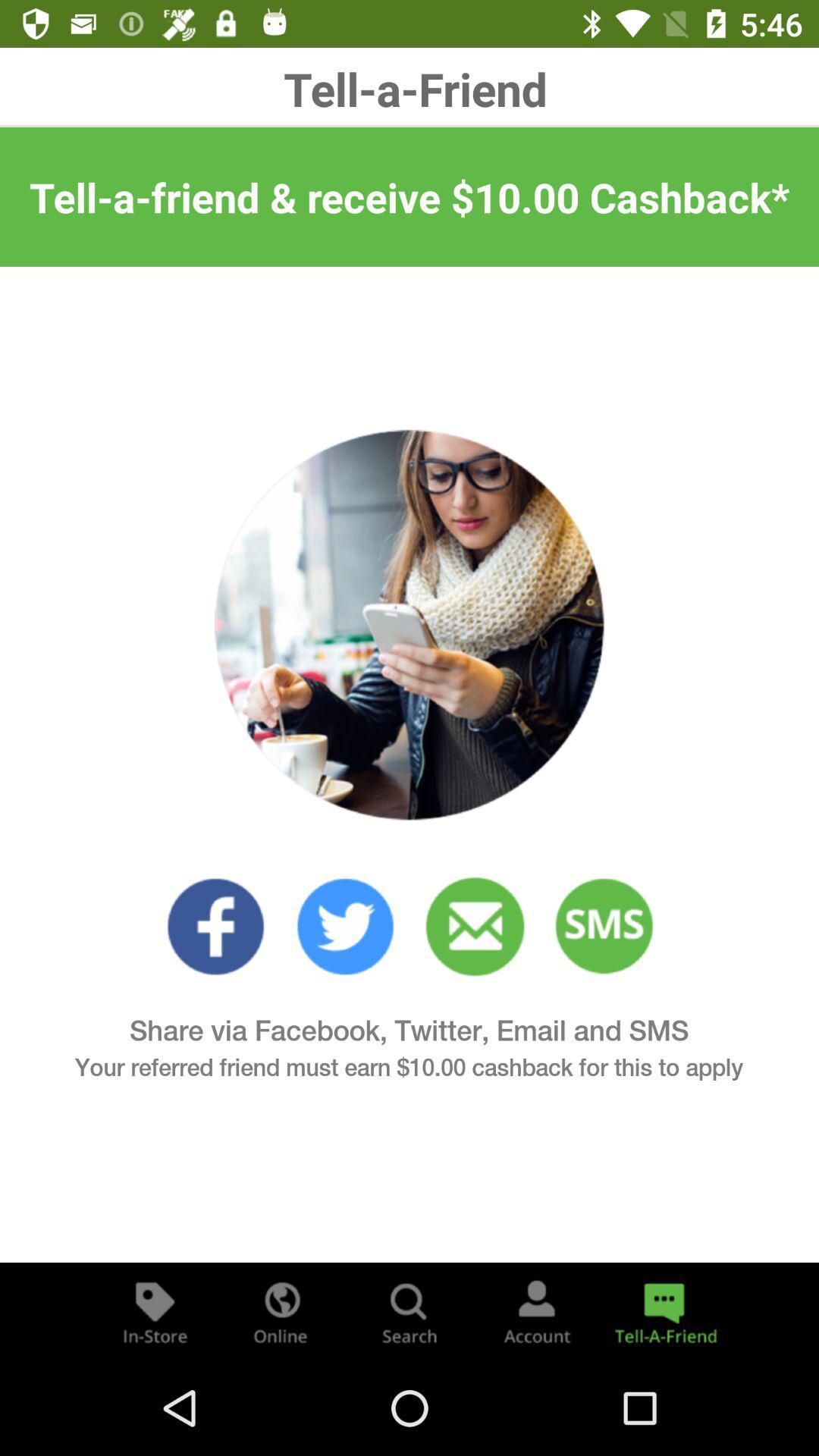 The height and width of the screenshot is (1456, 819). What do you see at coordinates (663, 1310) in the screenshot?
I see `share the page` at bounding box center [663, 1310].